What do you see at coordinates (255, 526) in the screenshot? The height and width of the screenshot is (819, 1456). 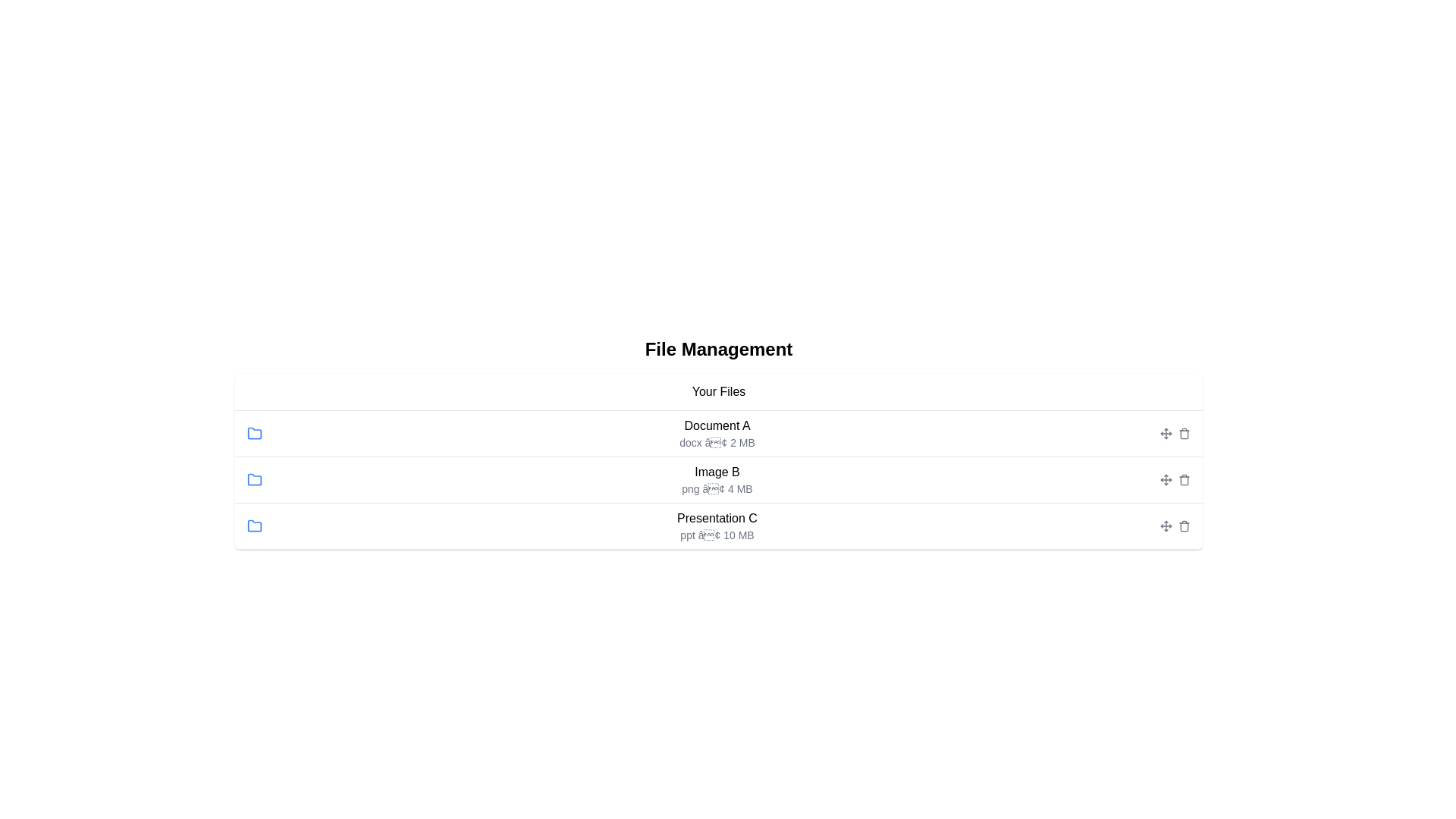 I see `the folder icon representing the file 'Presentation Cppt'` at bounding box center [255, 526].